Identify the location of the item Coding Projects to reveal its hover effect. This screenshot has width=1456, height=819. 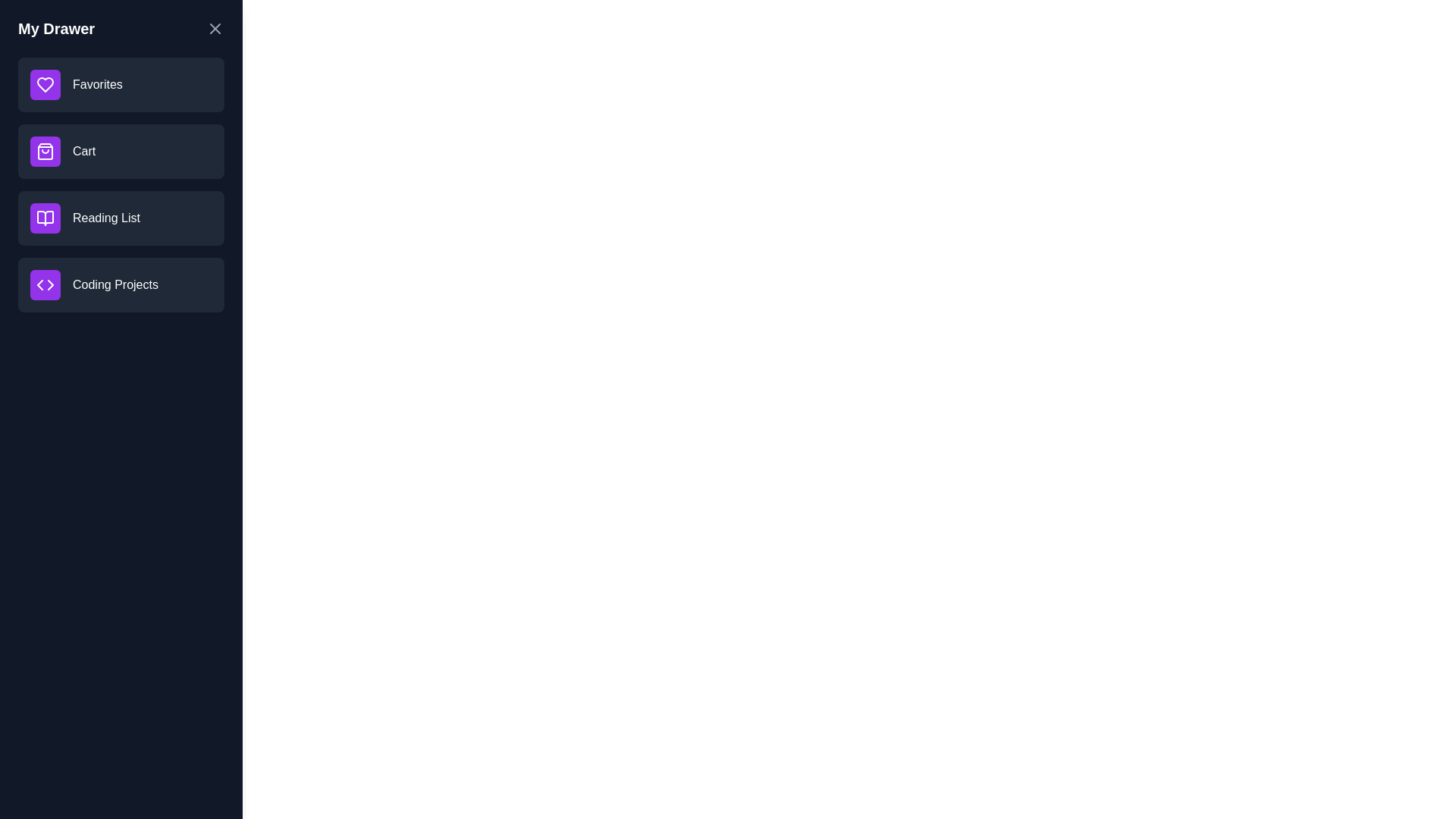
(120, 284).